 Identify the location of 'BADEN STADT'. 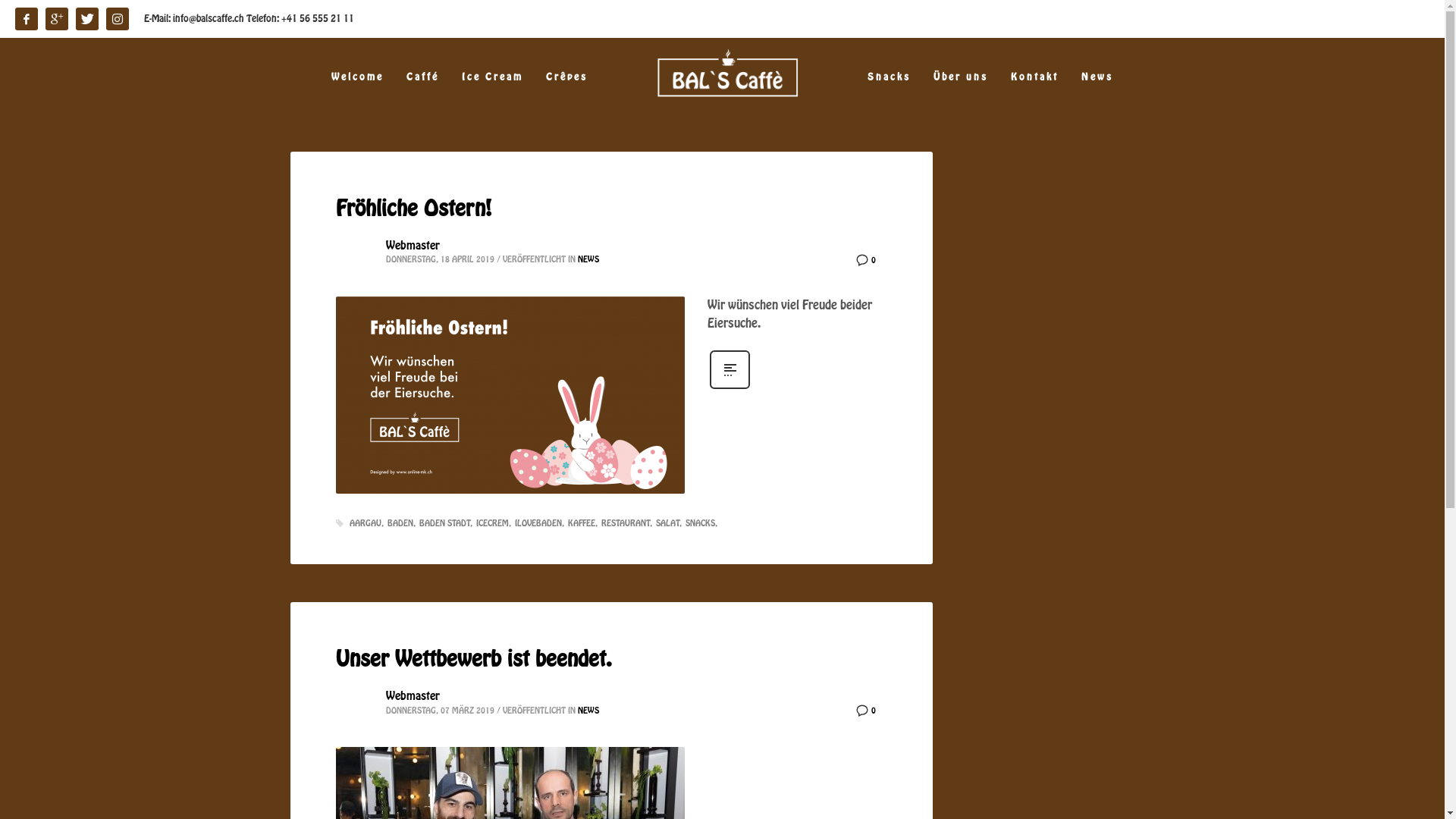
(419, 522).